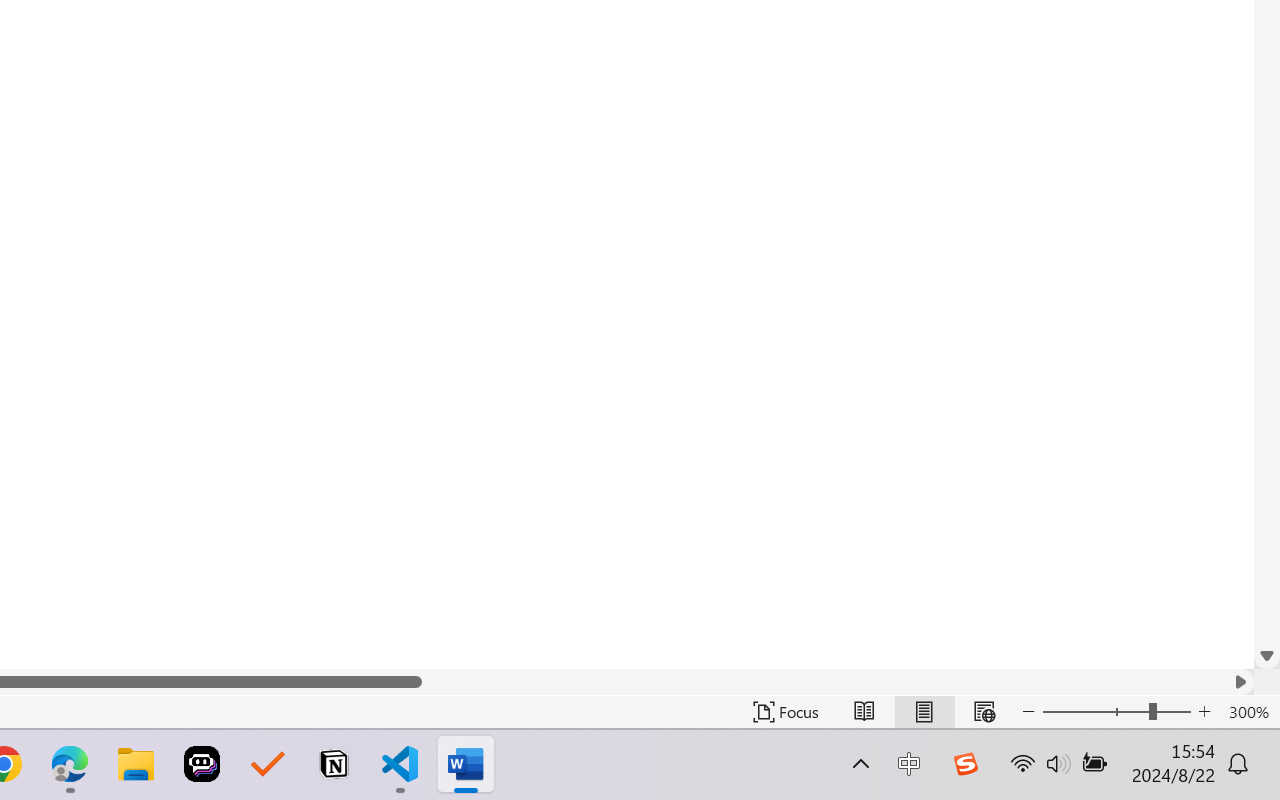 The width and height of the screenshot is (1280, 800). I want to click on 'Focus ', so click(785, 711).